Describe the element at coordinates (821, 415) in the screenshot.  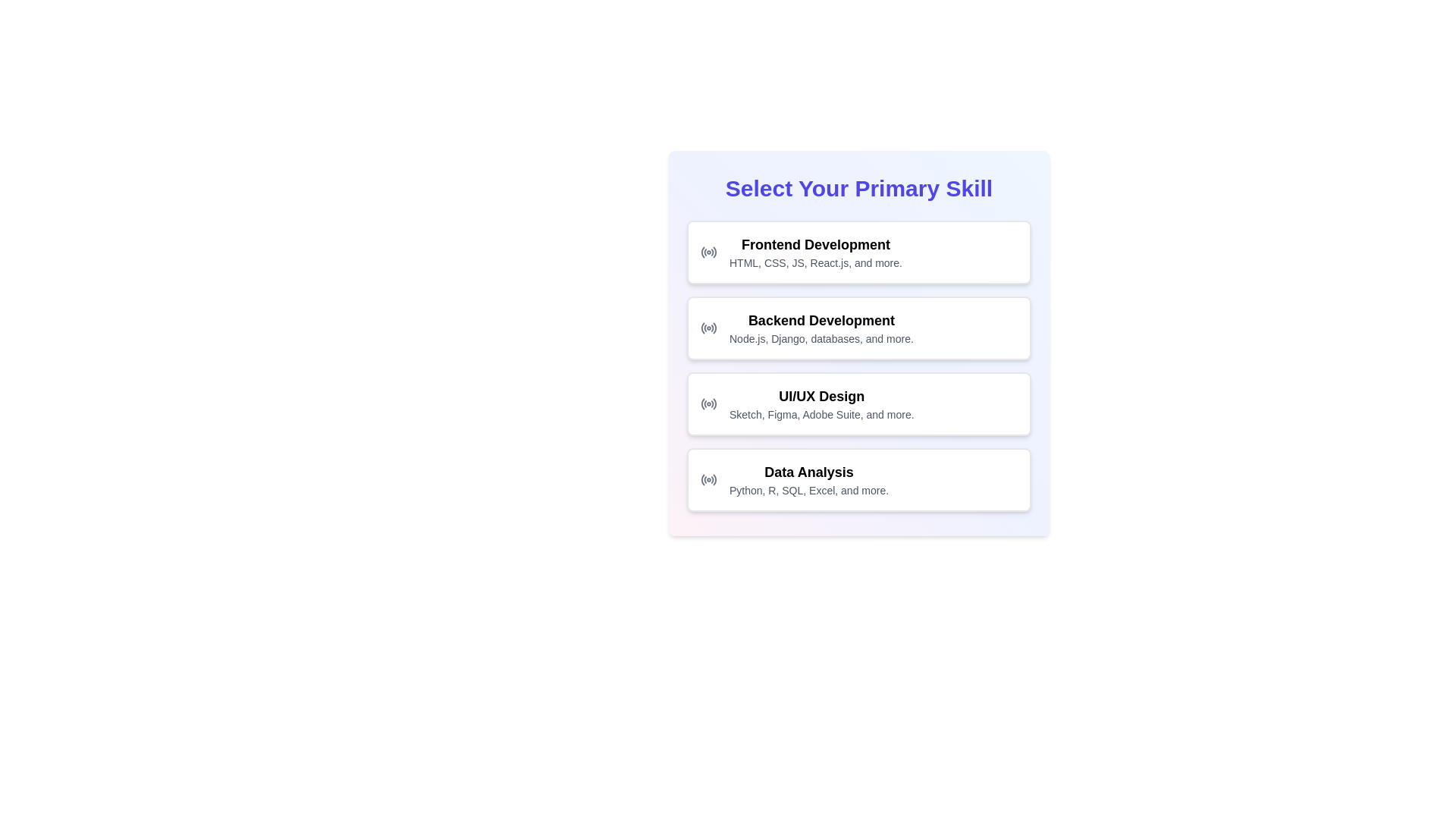
I see `the descriptive text located directly under the 'UI/UX Design' heading in the third selectable card on the right side of the interface` at that location.